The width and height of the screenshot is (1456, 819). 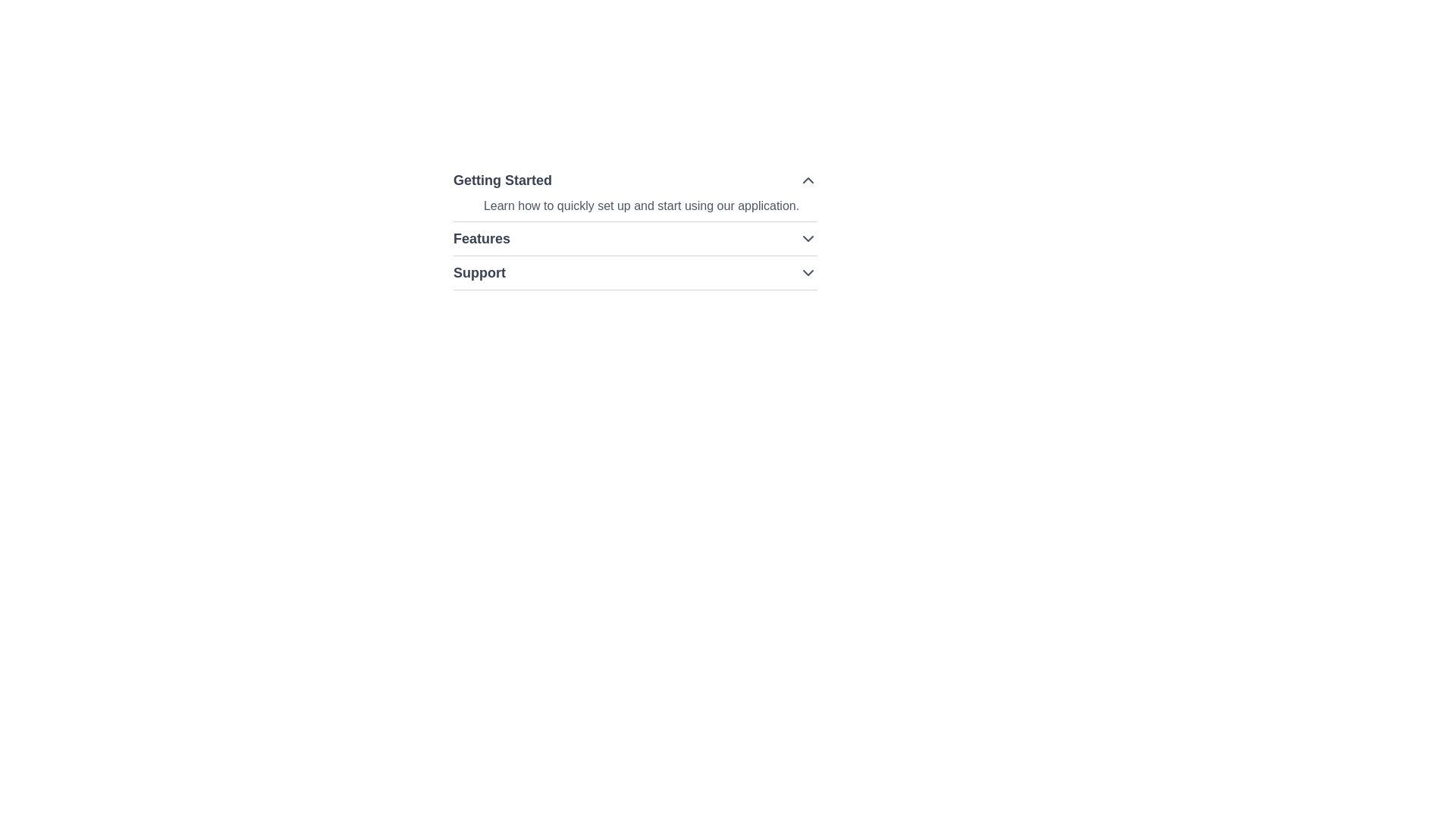 What do you see at coordinates (635, 206) in the screenshot?
I see `the supplementary text content that provides a brief description of the 'Getting Started' section, located directly below the heading 'Getting Started'` at bounding box center [635, 206].